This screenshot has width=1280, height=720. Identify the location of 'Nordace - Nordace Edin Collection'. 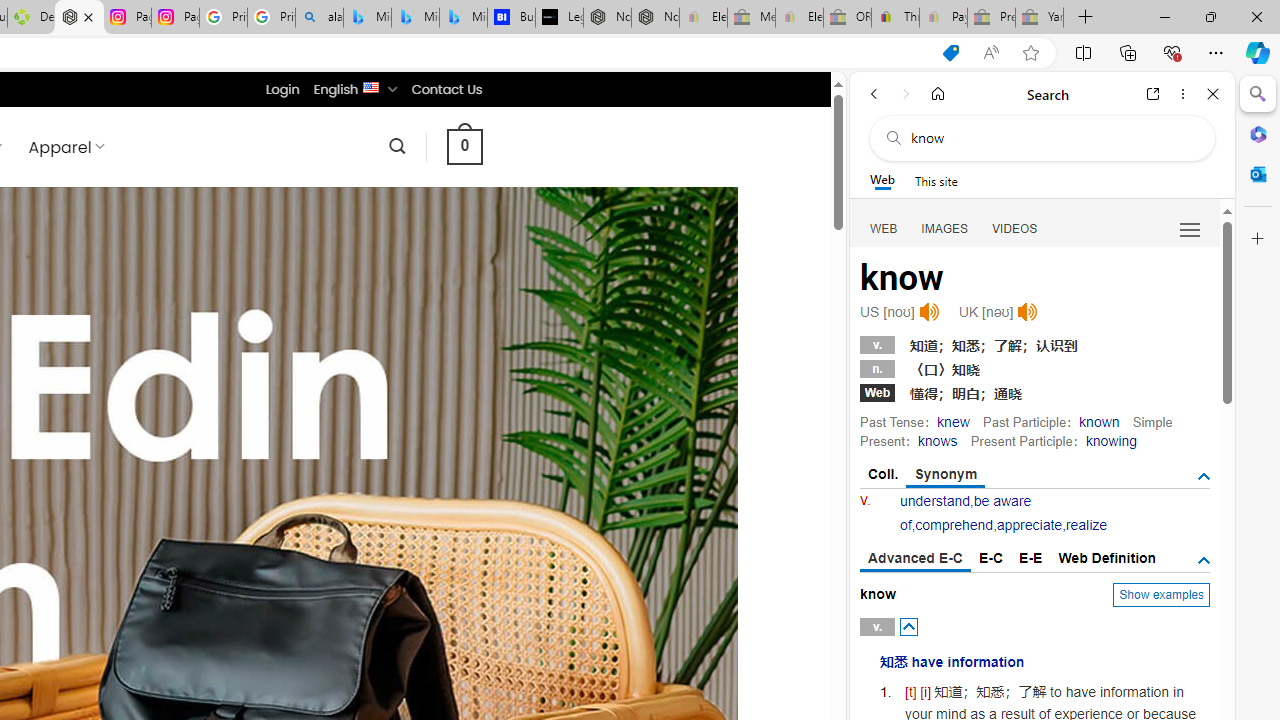
(80, 17).